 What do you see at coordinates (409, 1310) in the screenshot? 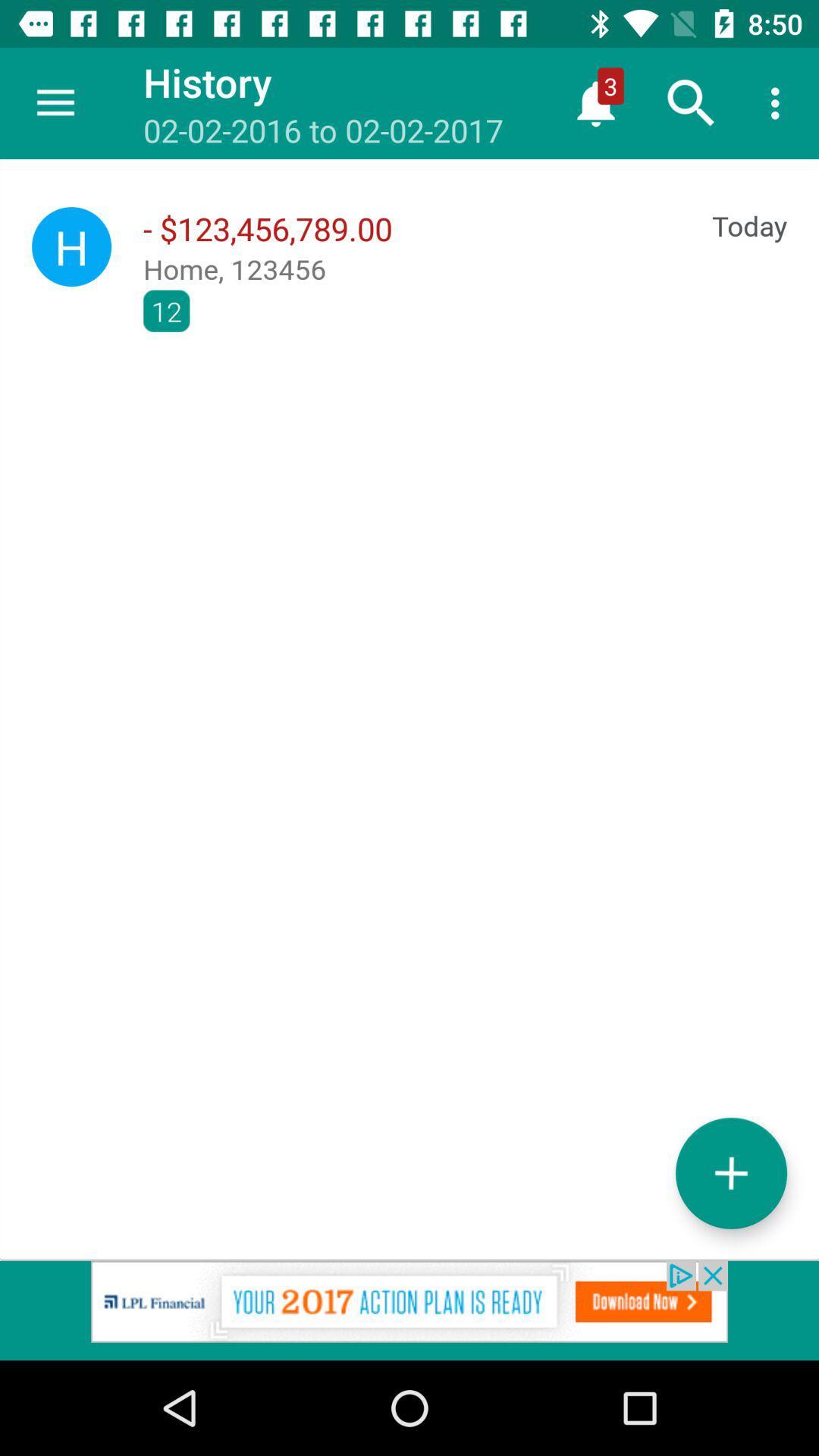
I see `advertisement link` at bounding box center [409, 1310].